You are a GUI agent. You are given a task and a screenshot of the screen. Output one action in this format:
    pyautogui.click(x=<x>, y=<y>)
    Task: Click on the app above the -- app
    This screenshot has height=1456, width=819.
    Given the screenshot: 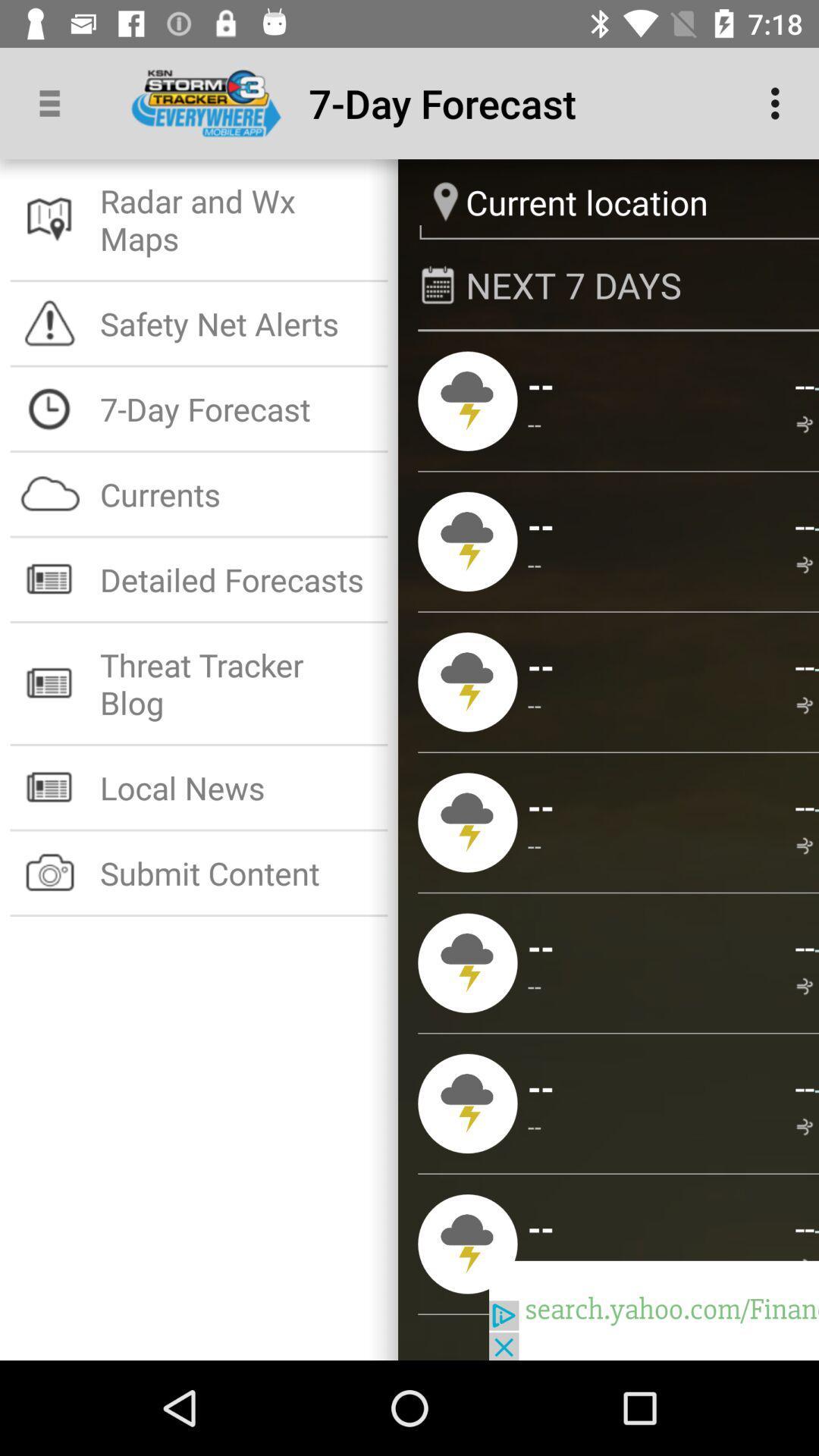 What is the action you would take?
    pyautogui.click(x=804, y=1227)
    